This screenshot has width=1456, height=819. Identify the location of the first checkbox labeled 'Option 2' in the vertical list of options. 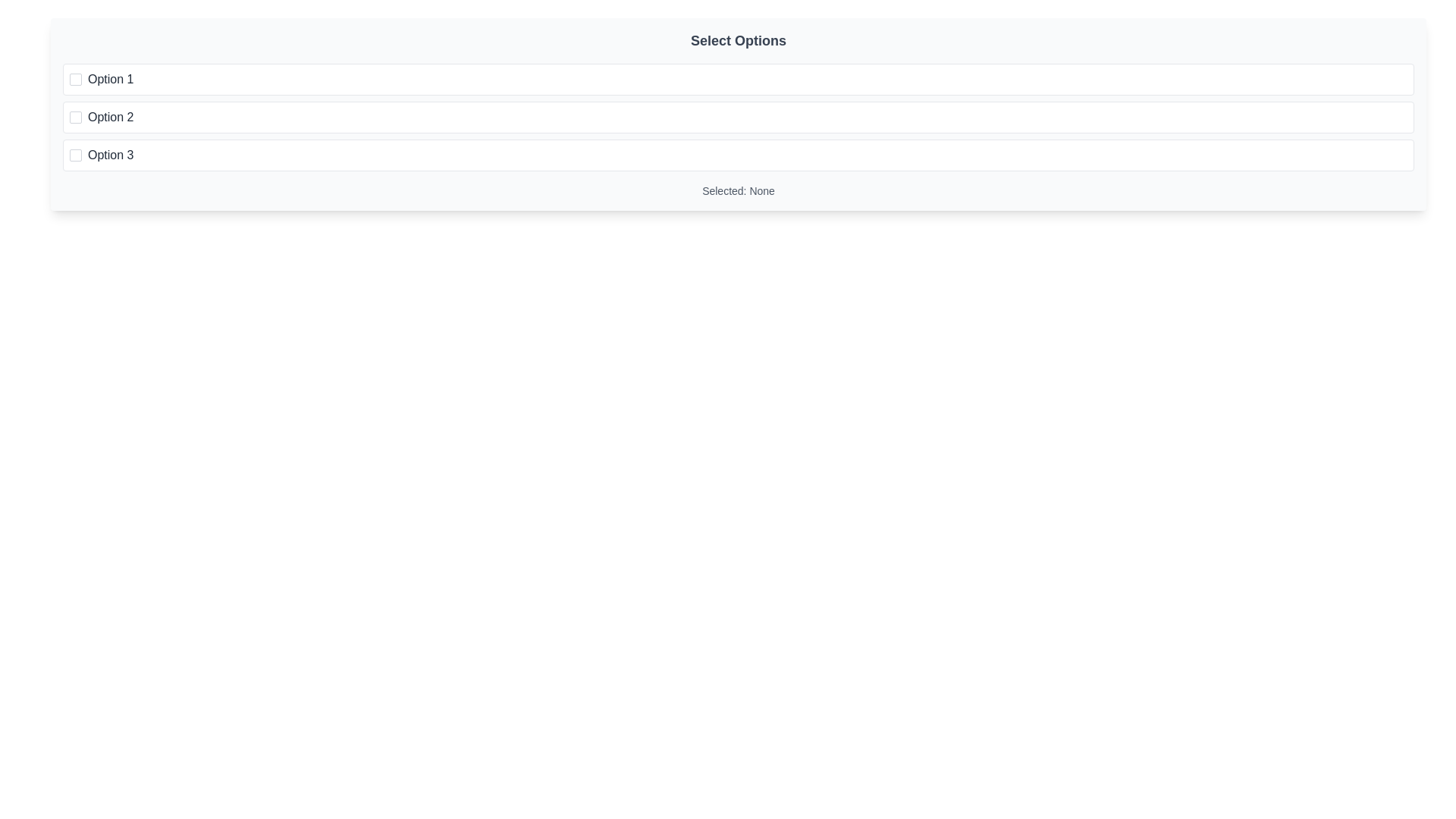
(75, 116).